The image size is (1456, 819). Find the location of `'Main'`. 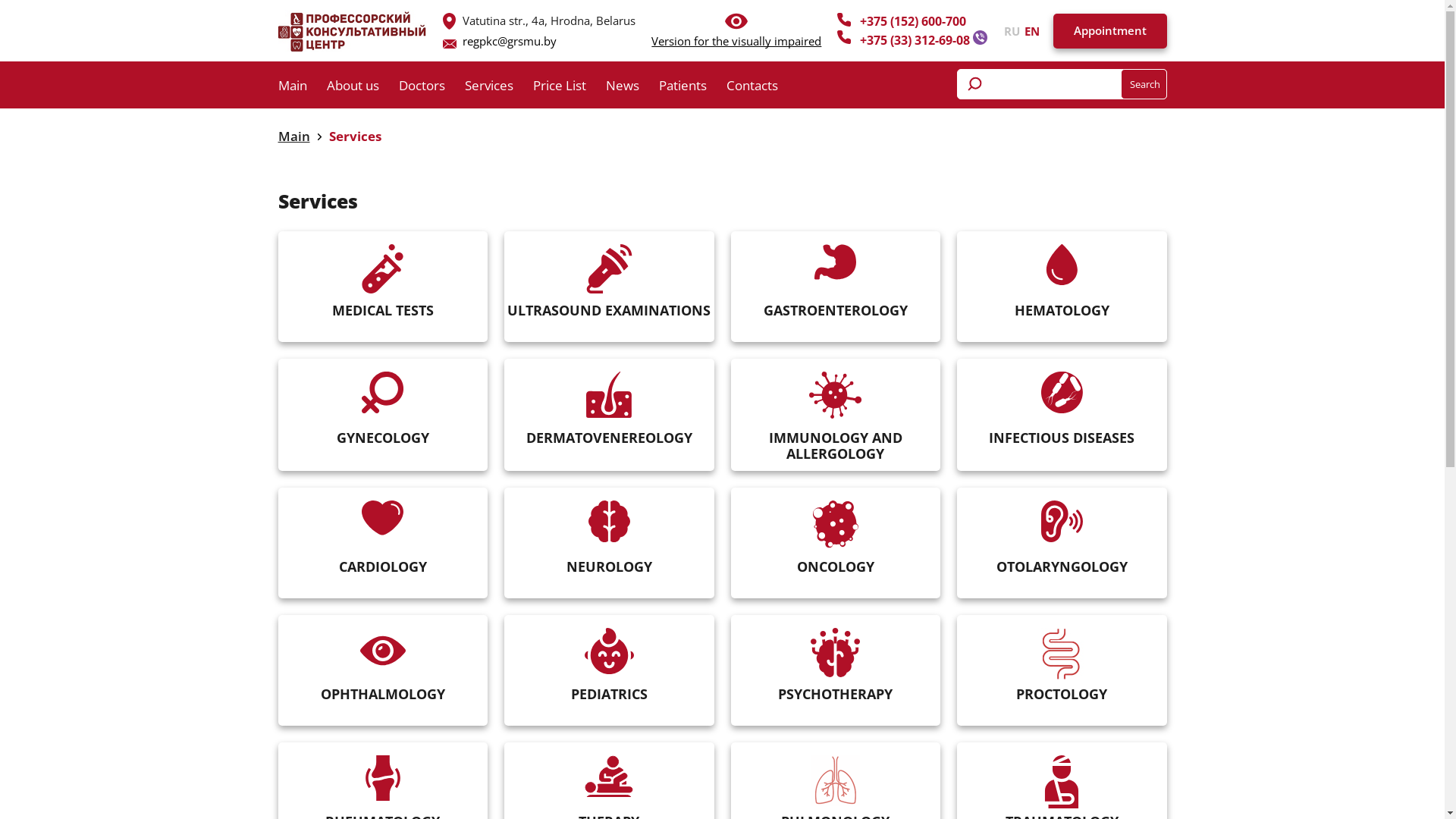

'Main' is located at coordinates (293, 135).